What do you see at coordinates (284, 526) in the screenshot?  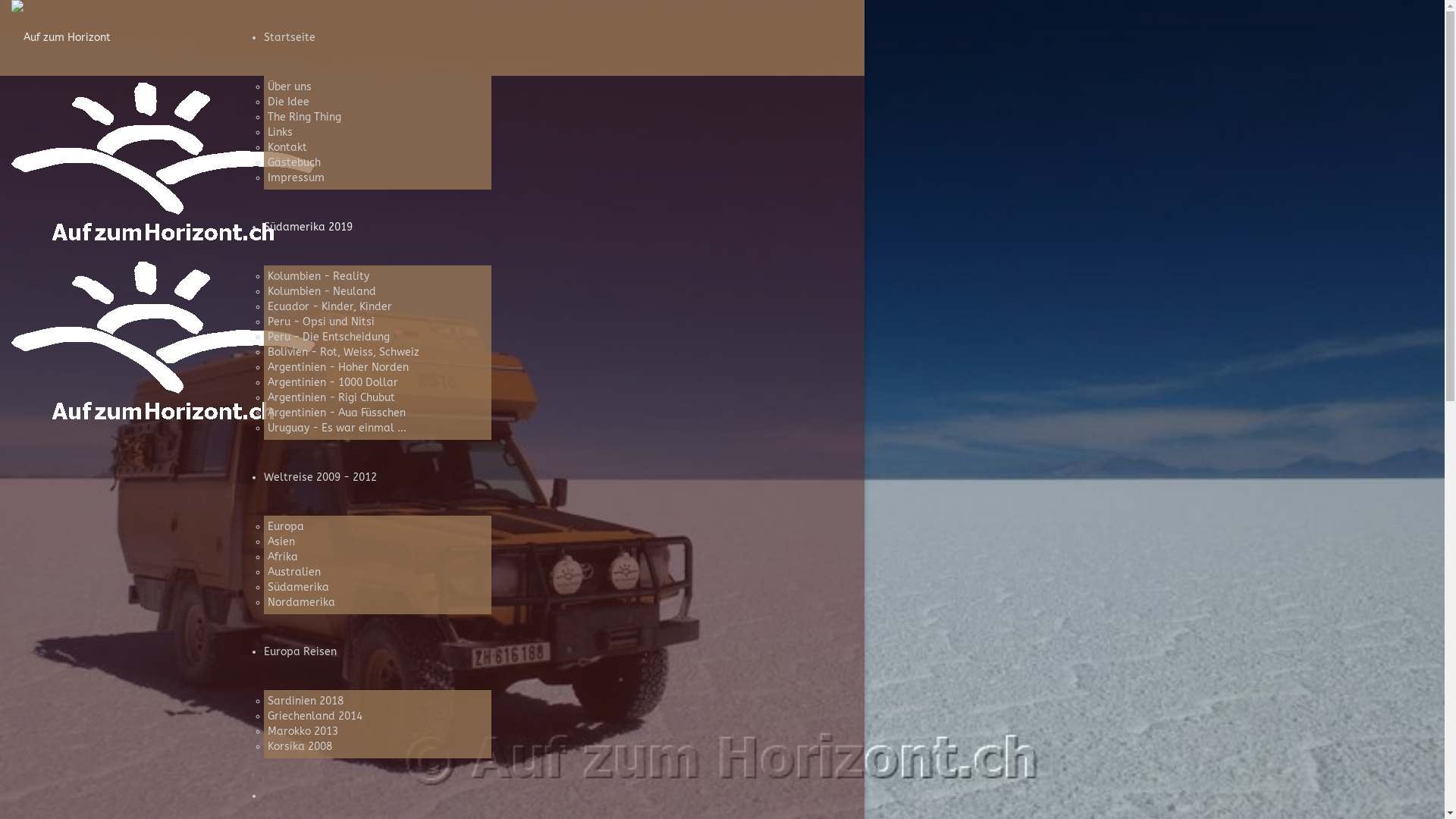 I see `'Europa'` at bounding box center [284, 526].